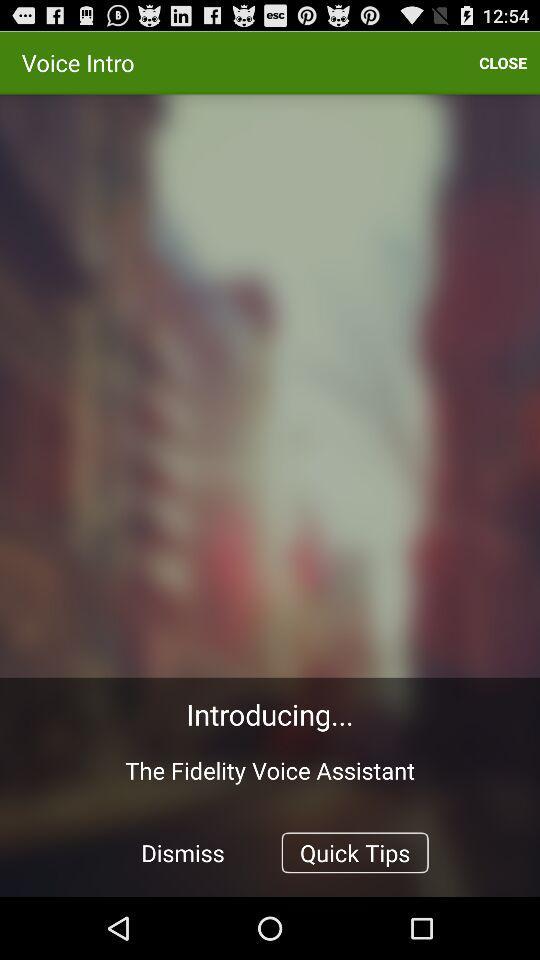 This screenshot has height=960, width=540. What do you see at coordinates (183, 851) in the screenshot?
I see `the icon below the the fidelity voice icon` at bounding box center [183, 851].